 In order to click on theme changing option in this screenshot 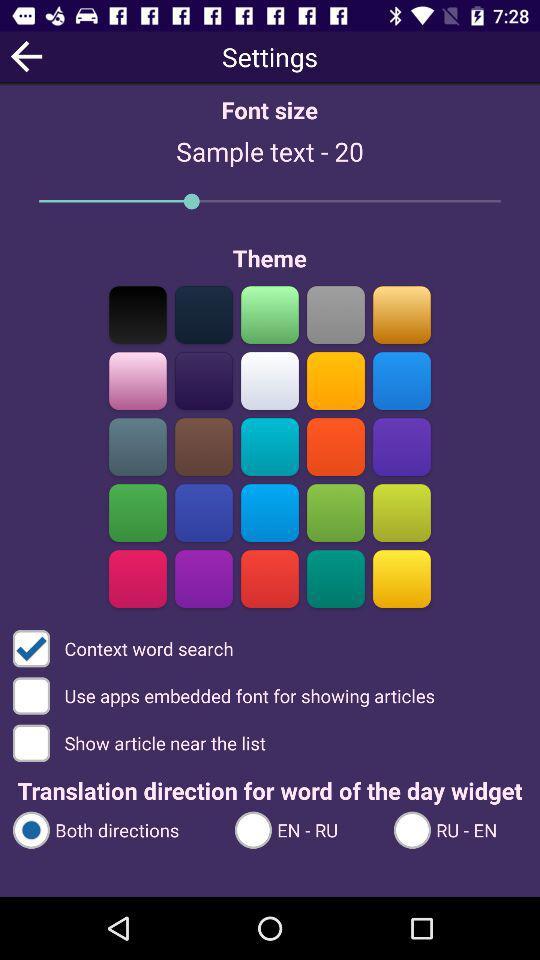, I will do `click(137, 578)`.